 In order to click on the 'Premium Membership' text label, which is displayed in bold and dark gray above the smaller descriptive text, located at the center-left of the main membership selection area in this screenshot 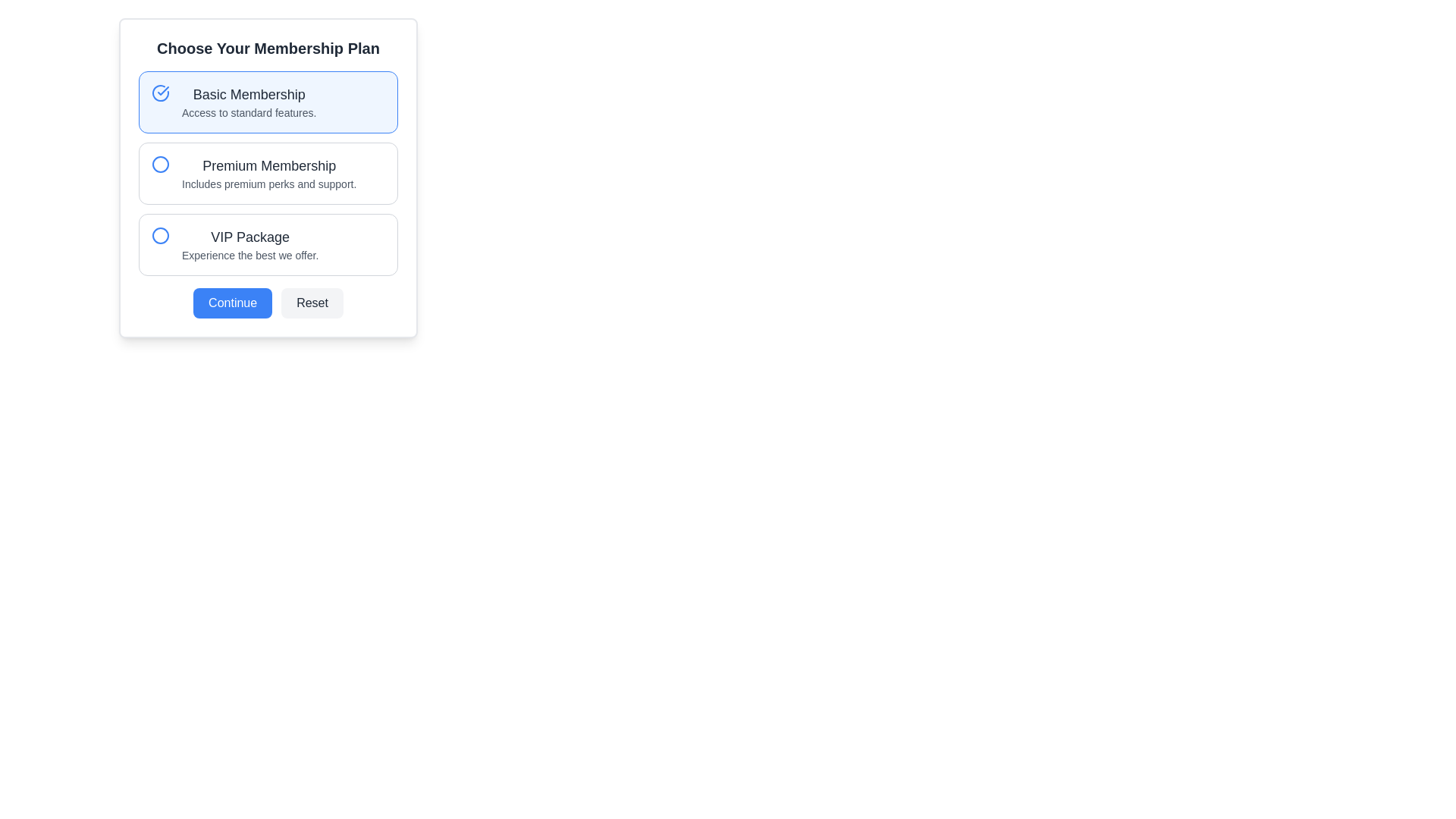, I will do `click(269, 166)`.